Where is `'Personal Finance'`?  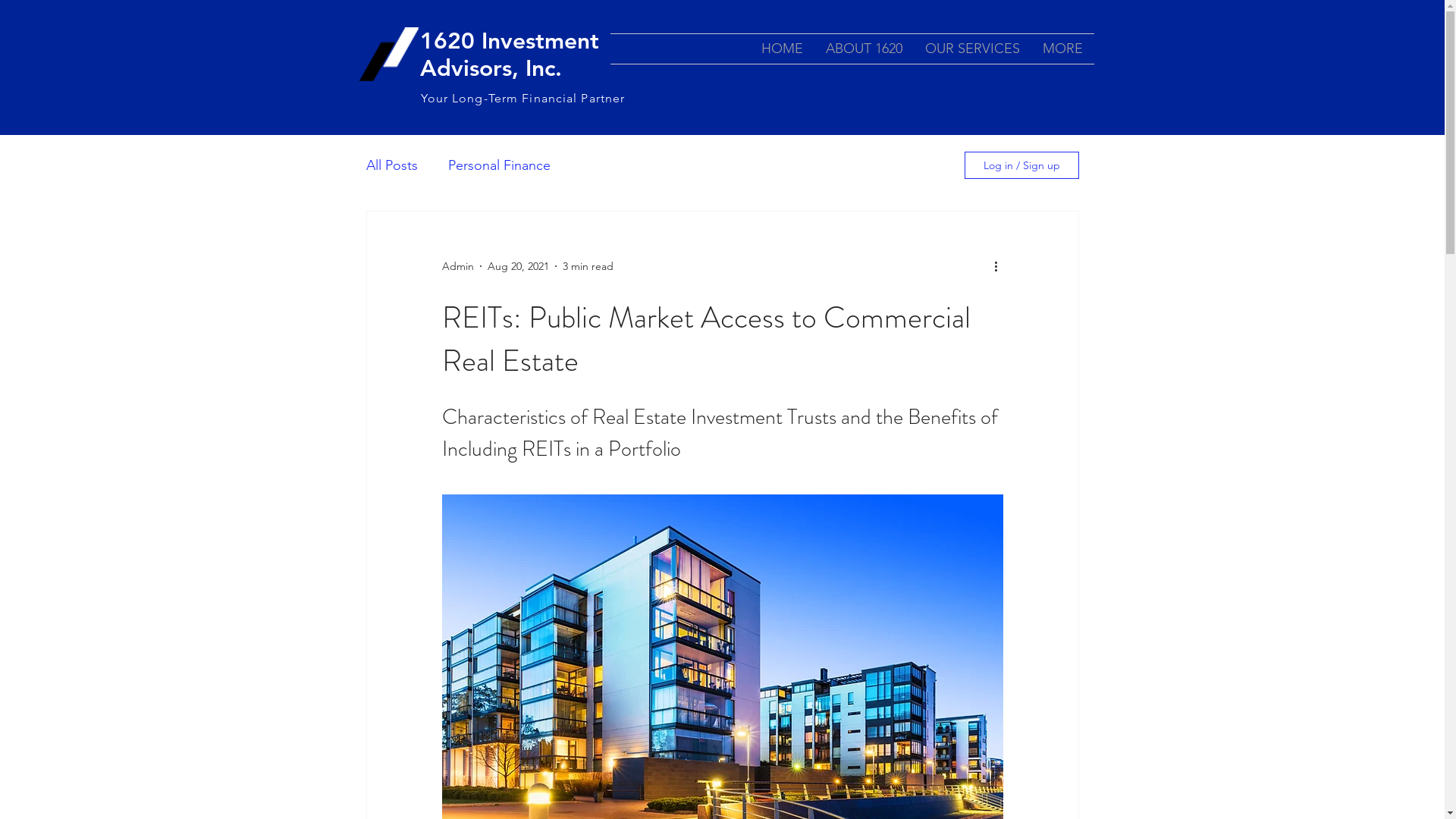 'Personal Finance' is located at coordinates (498, 165).